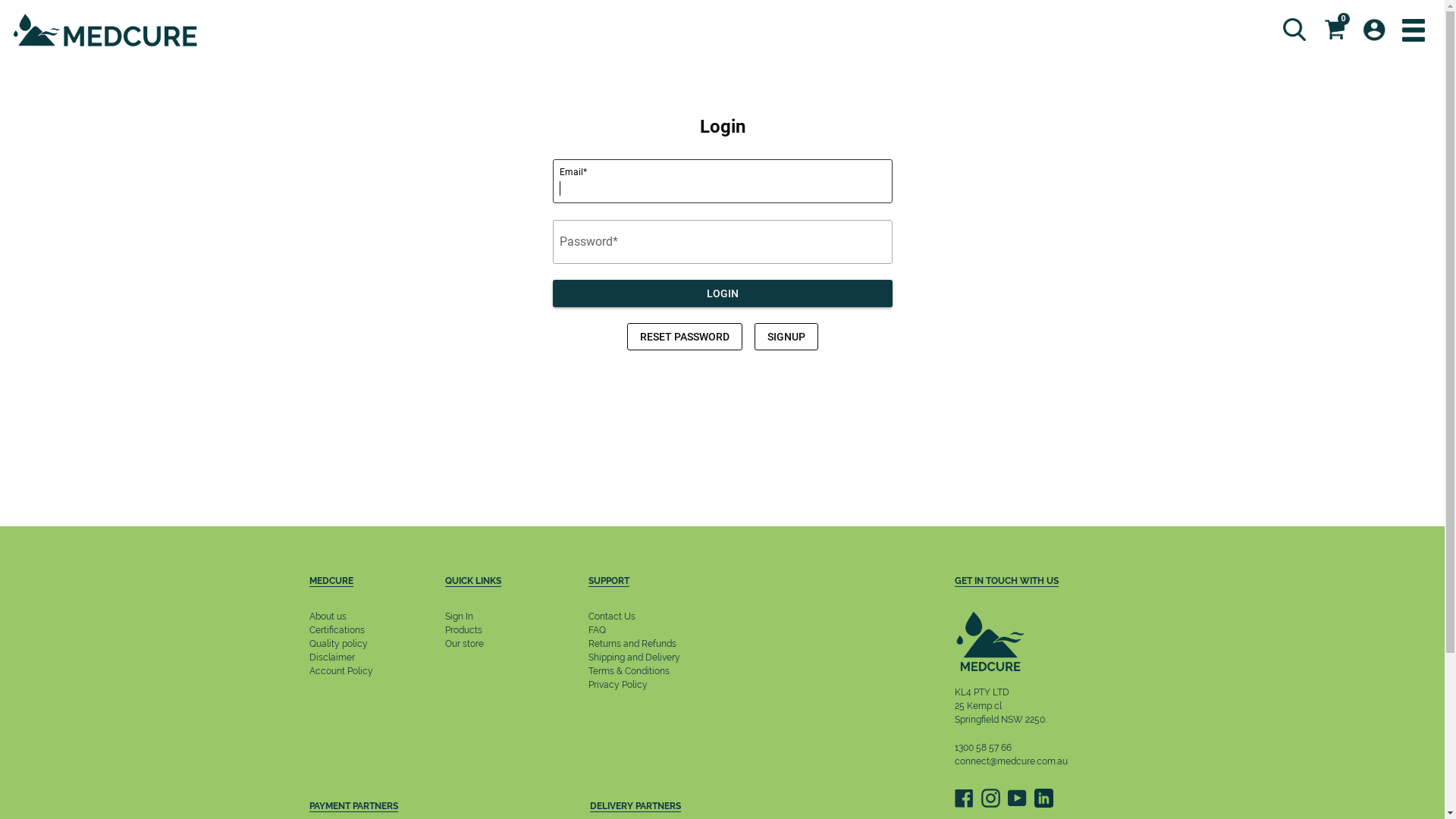  I want to click on 'About us', so click(309, 617).